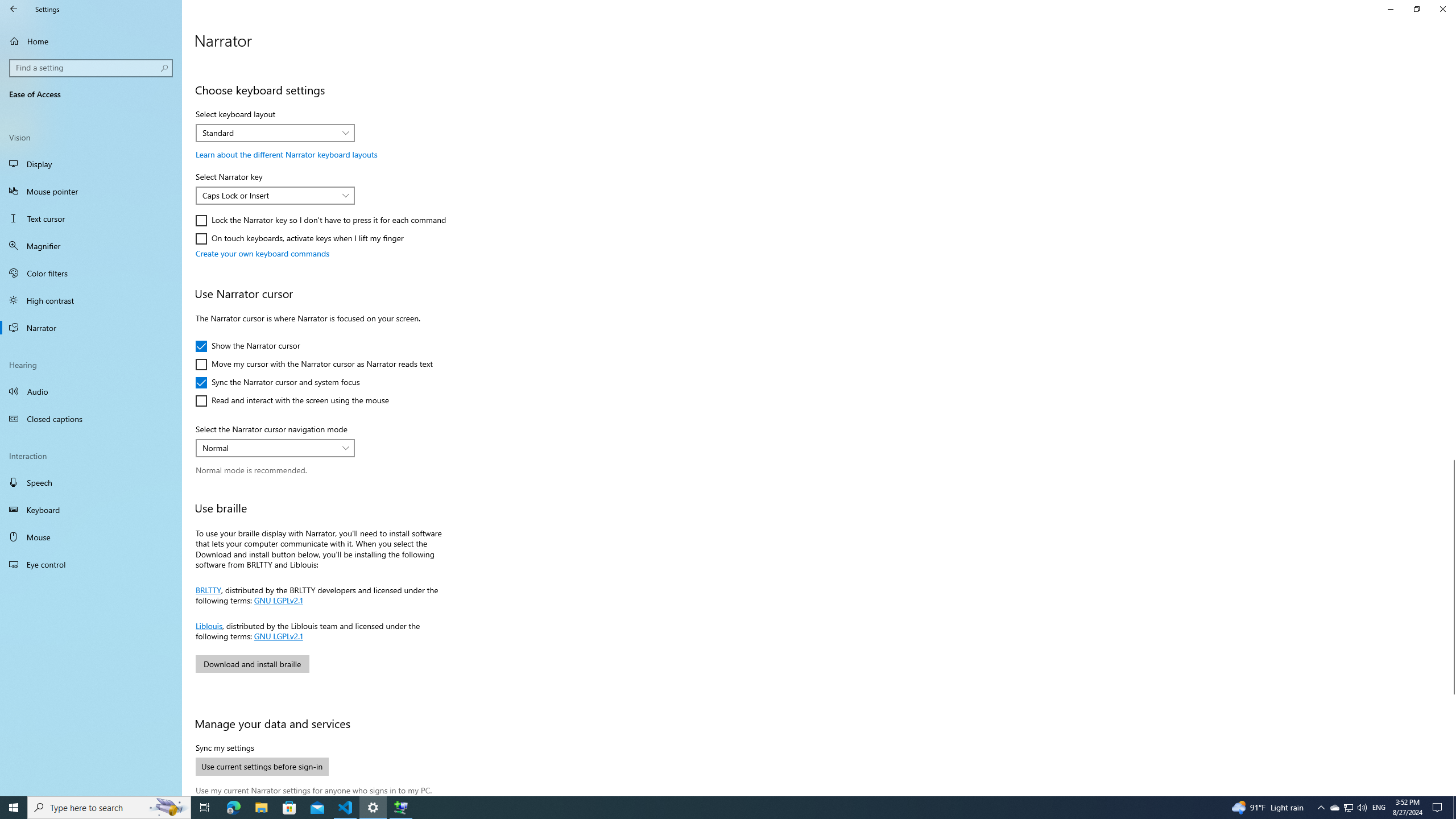  What do you see at coordinates (90, 217) in the screenshot?
I see `'Text cursor'` at bounding box center [90, 217].